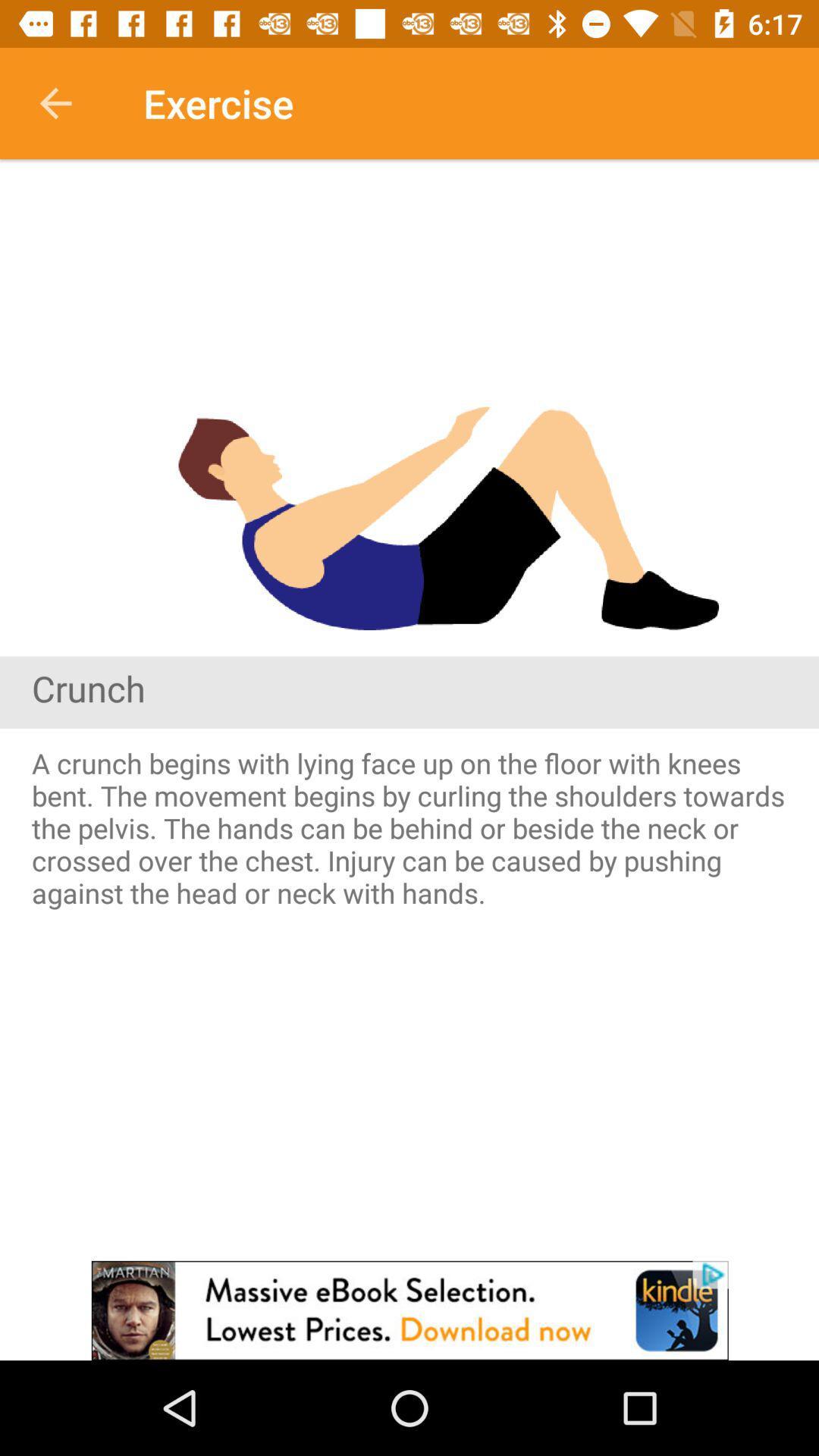 The image size is (819, 1456). Describe the element at coordinates (409, 1310) in the screenshot. I see `open advertisement` at that location.